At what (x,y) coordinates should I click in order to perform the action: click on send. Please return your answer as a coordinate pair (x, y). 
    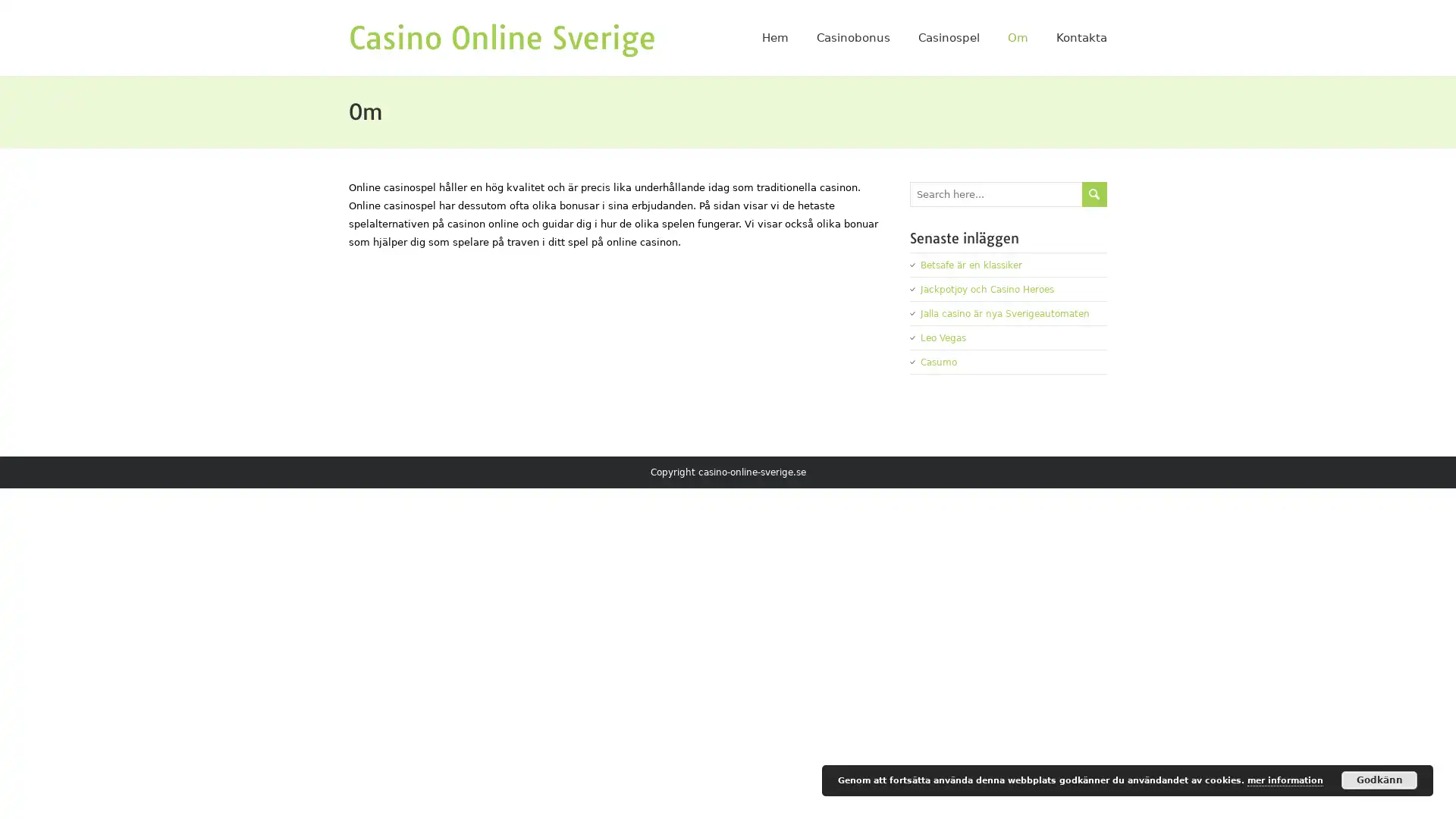
    Looking at the image, I should click on (1094, 193).